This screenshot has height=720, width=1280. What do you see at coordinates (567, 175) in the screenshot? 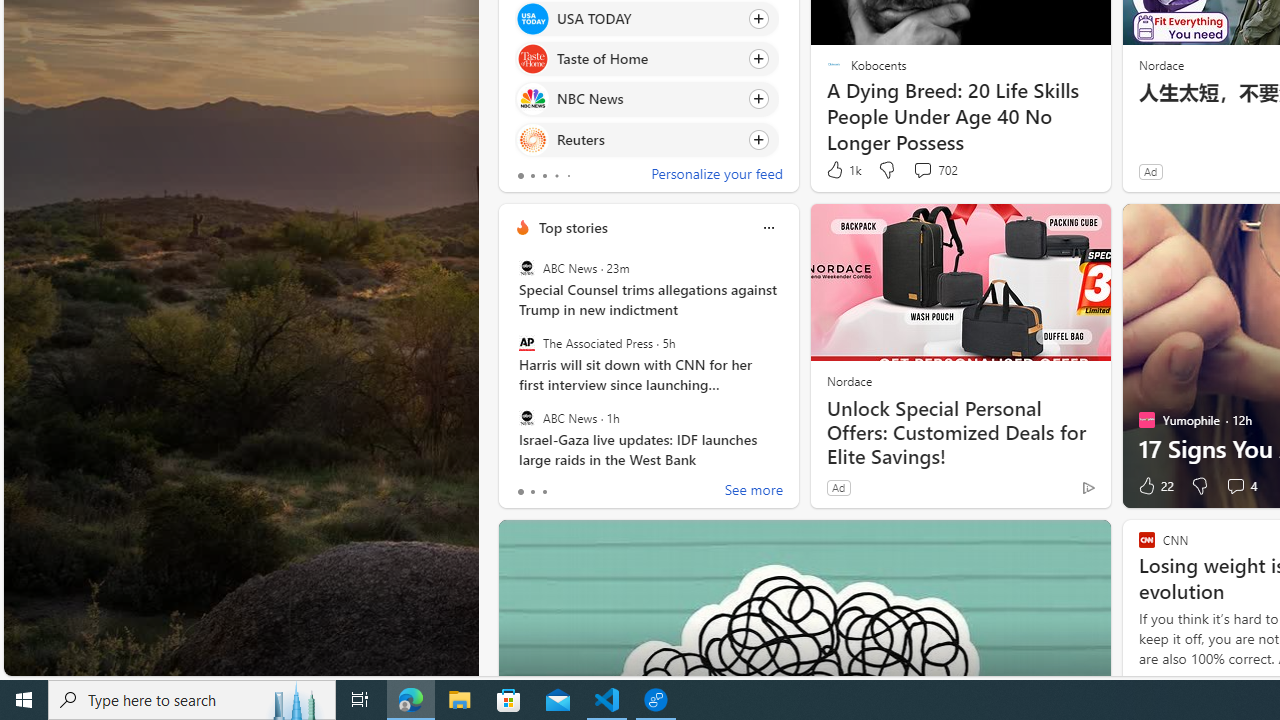
I see `'tab-4'` at bounding box center [567, 175].